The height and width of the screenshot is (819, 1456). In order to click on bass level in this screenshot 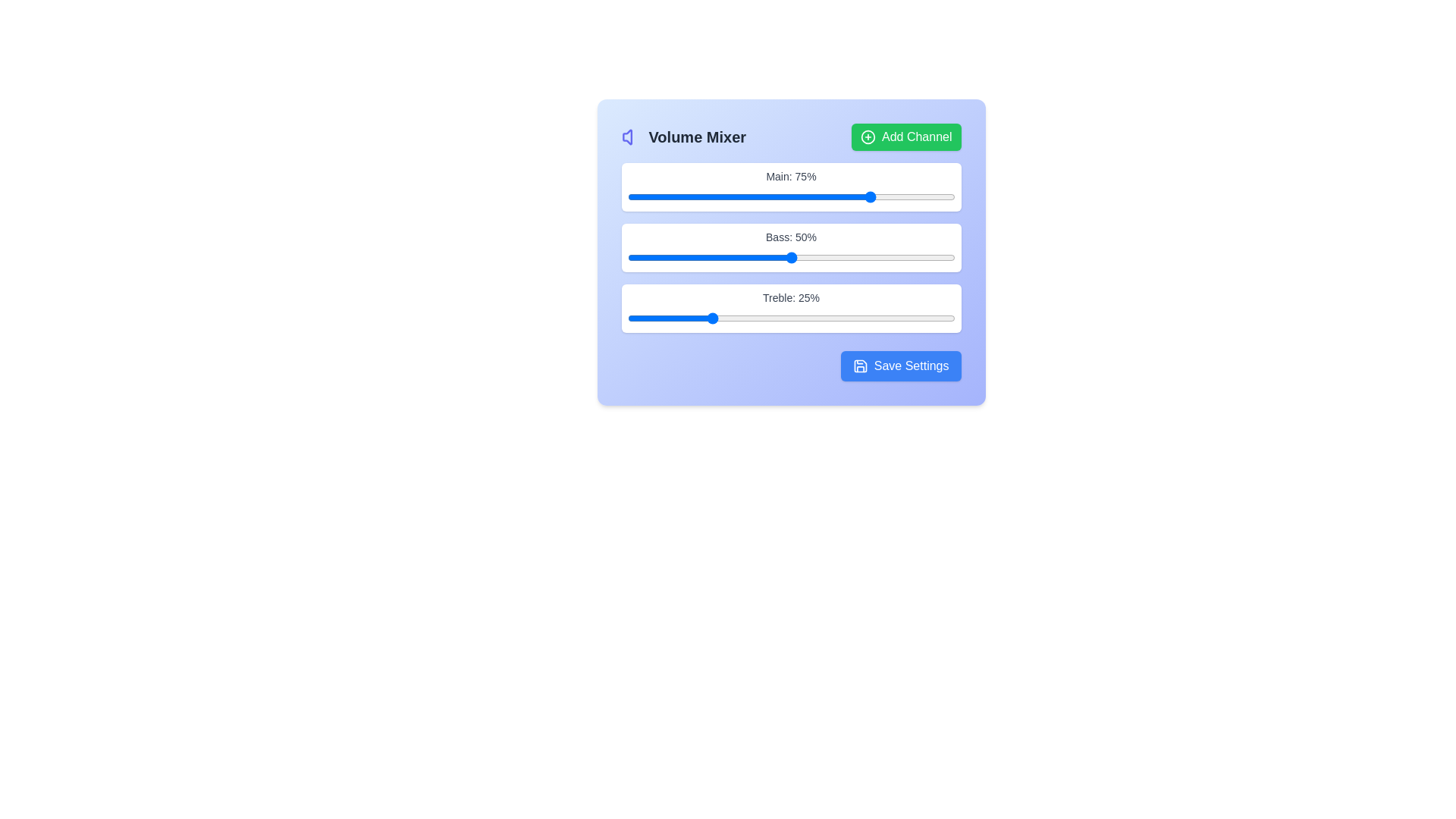, I will do `click(771, 256)`.